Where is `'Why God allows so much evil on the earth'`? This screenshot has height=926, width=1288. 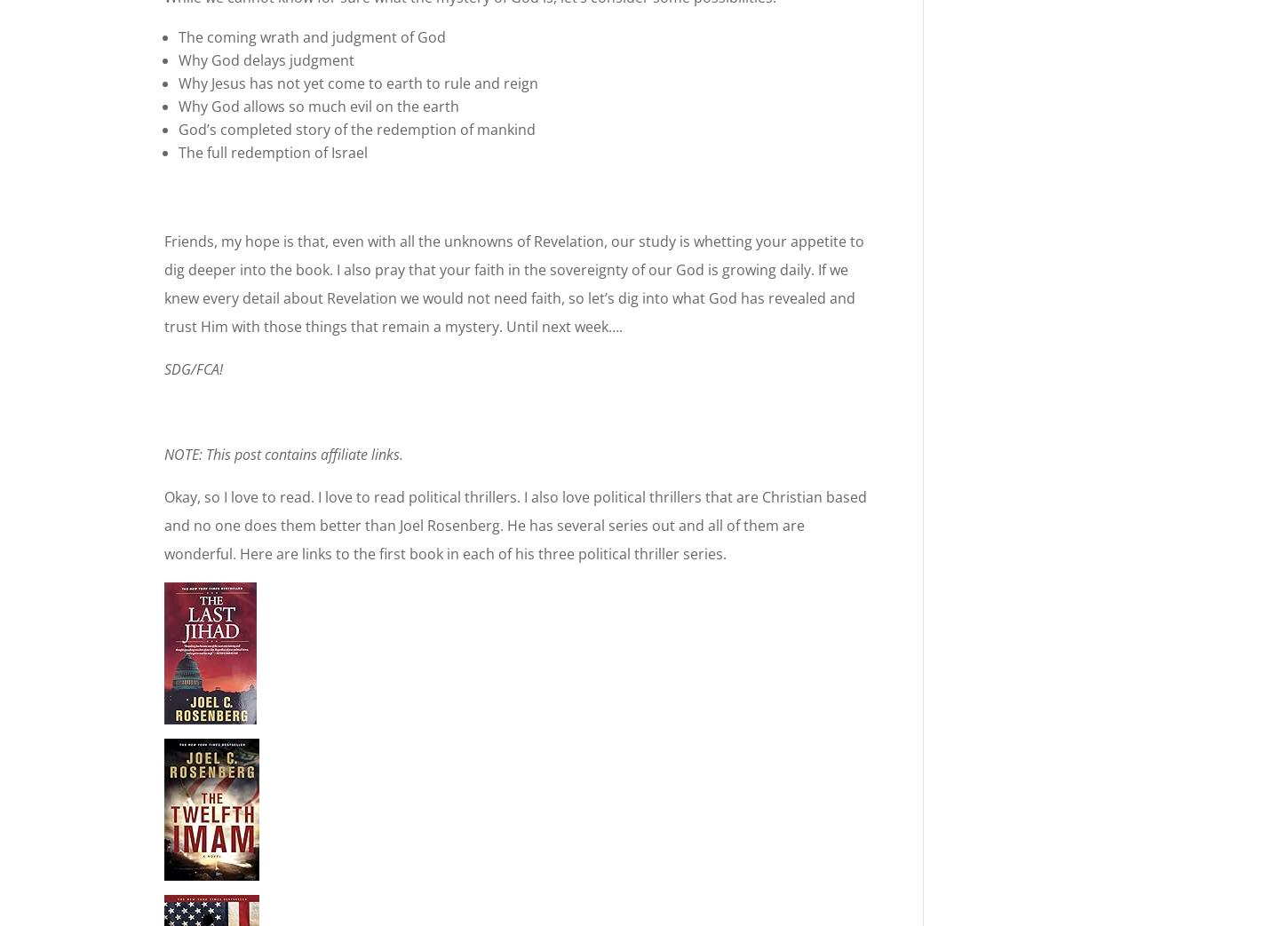
'Why God allows so much evil on the earth' is located at coordinates (319, 107).